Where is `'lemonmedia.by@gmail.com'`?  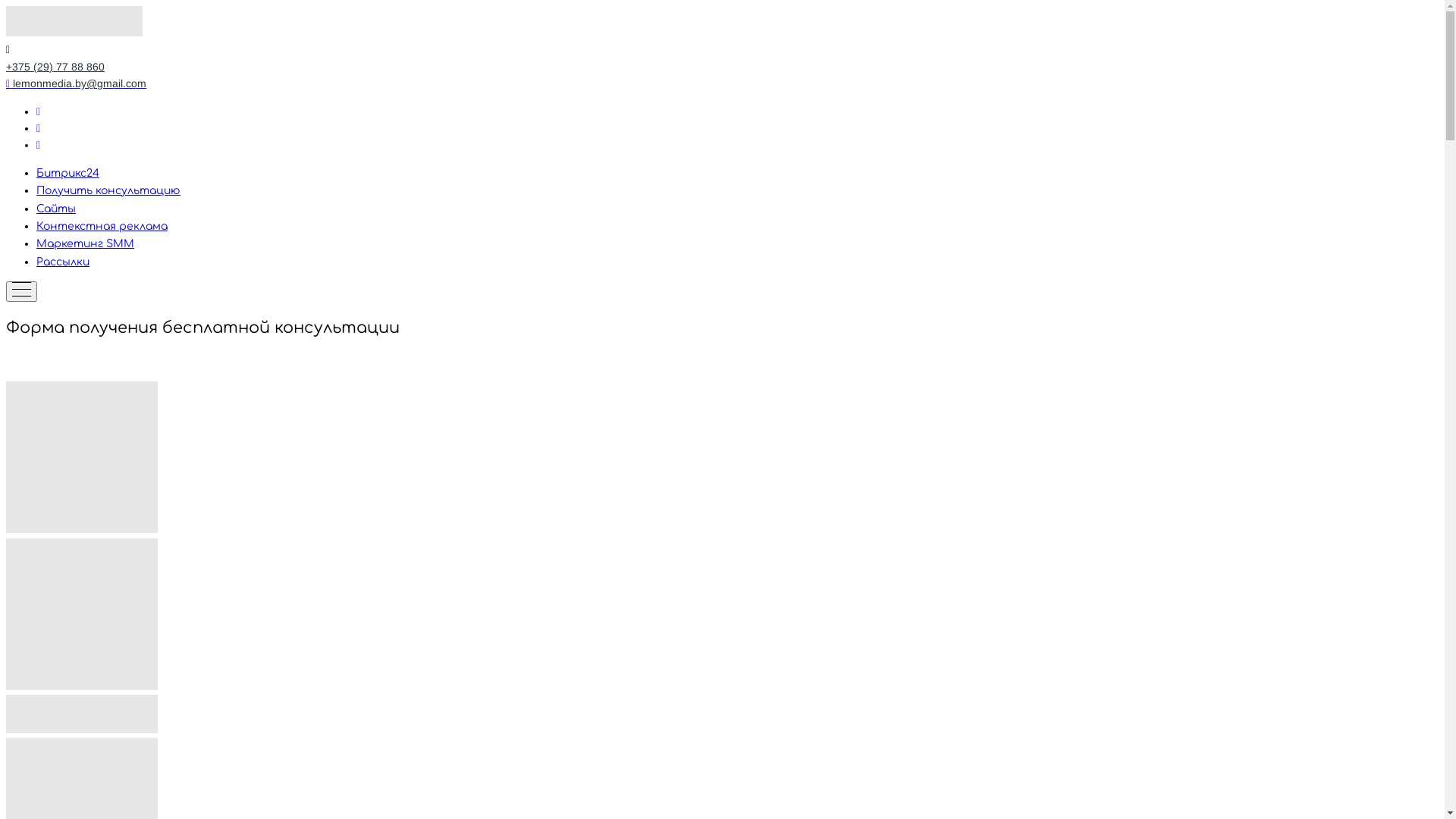 'lemonmedia.by@gmail.com' is located at coordinates (75, 83).